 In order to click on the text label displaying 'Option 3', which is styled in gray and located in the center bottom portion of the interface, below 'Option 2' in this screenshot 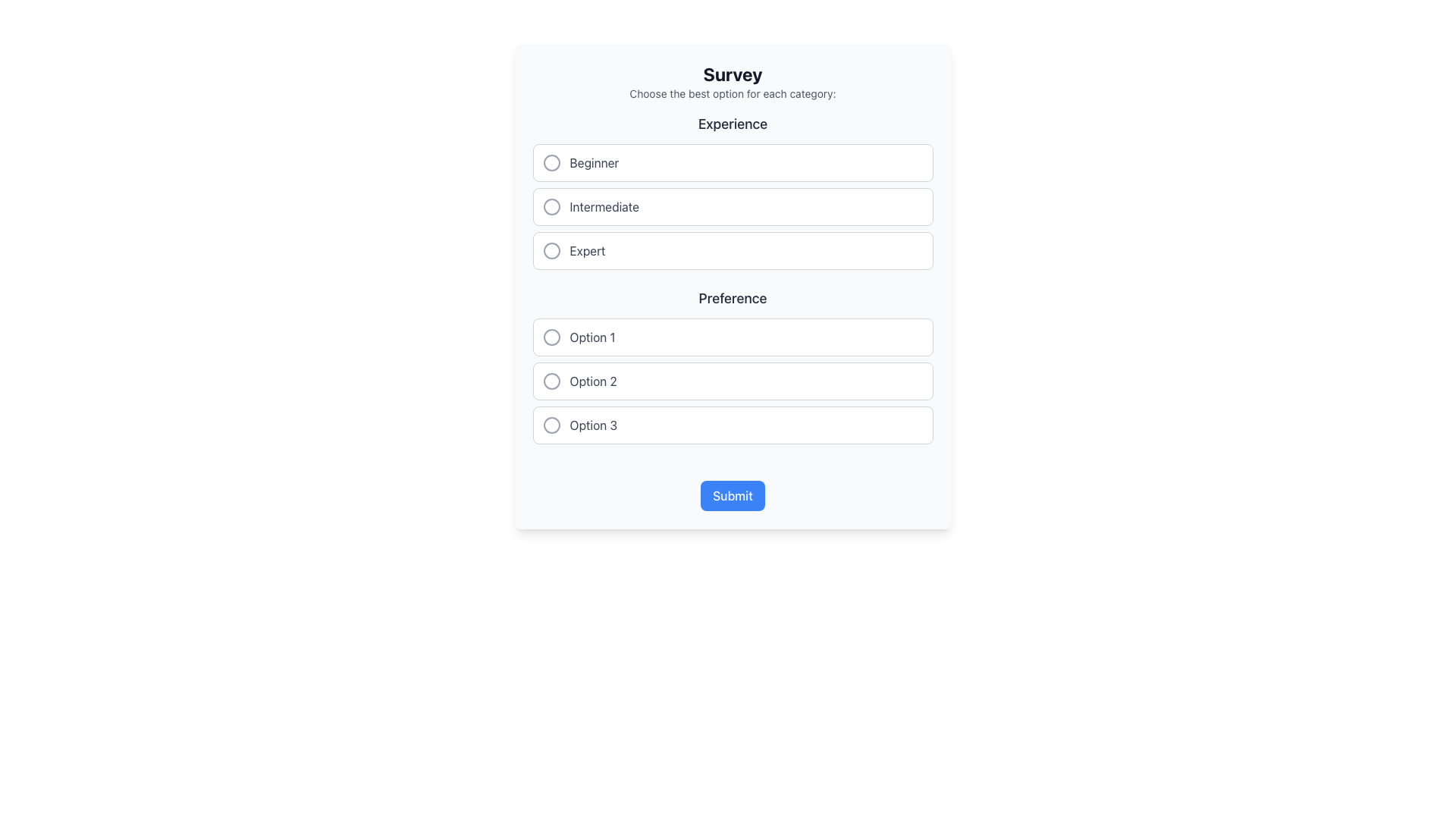, I will do `click(592, 425)`.